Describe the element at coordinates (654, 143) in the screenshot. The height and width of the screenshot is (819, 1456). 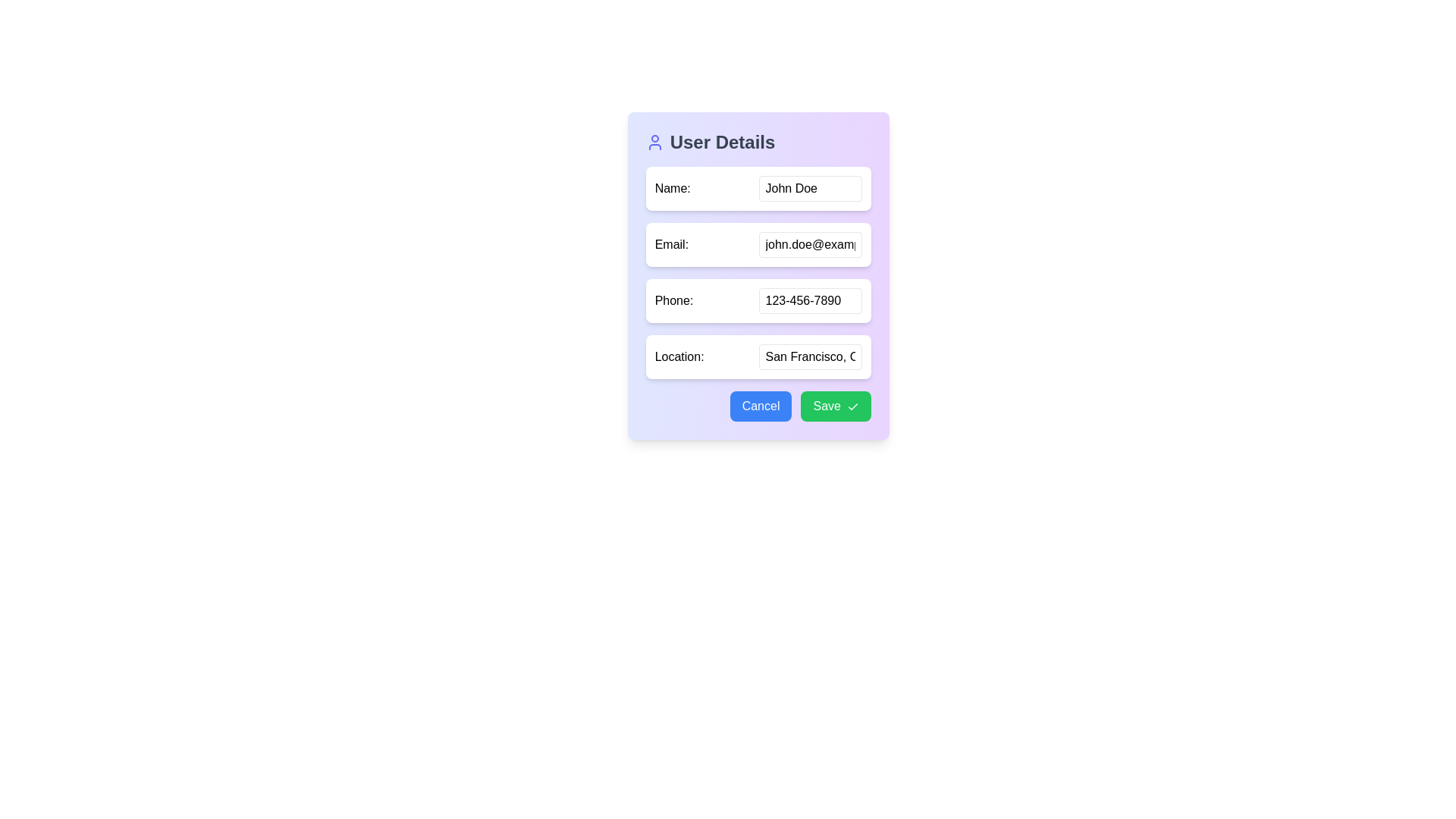
I see `the user details icon located in the header section, directly to the left of the 'User Details' title` at that location.